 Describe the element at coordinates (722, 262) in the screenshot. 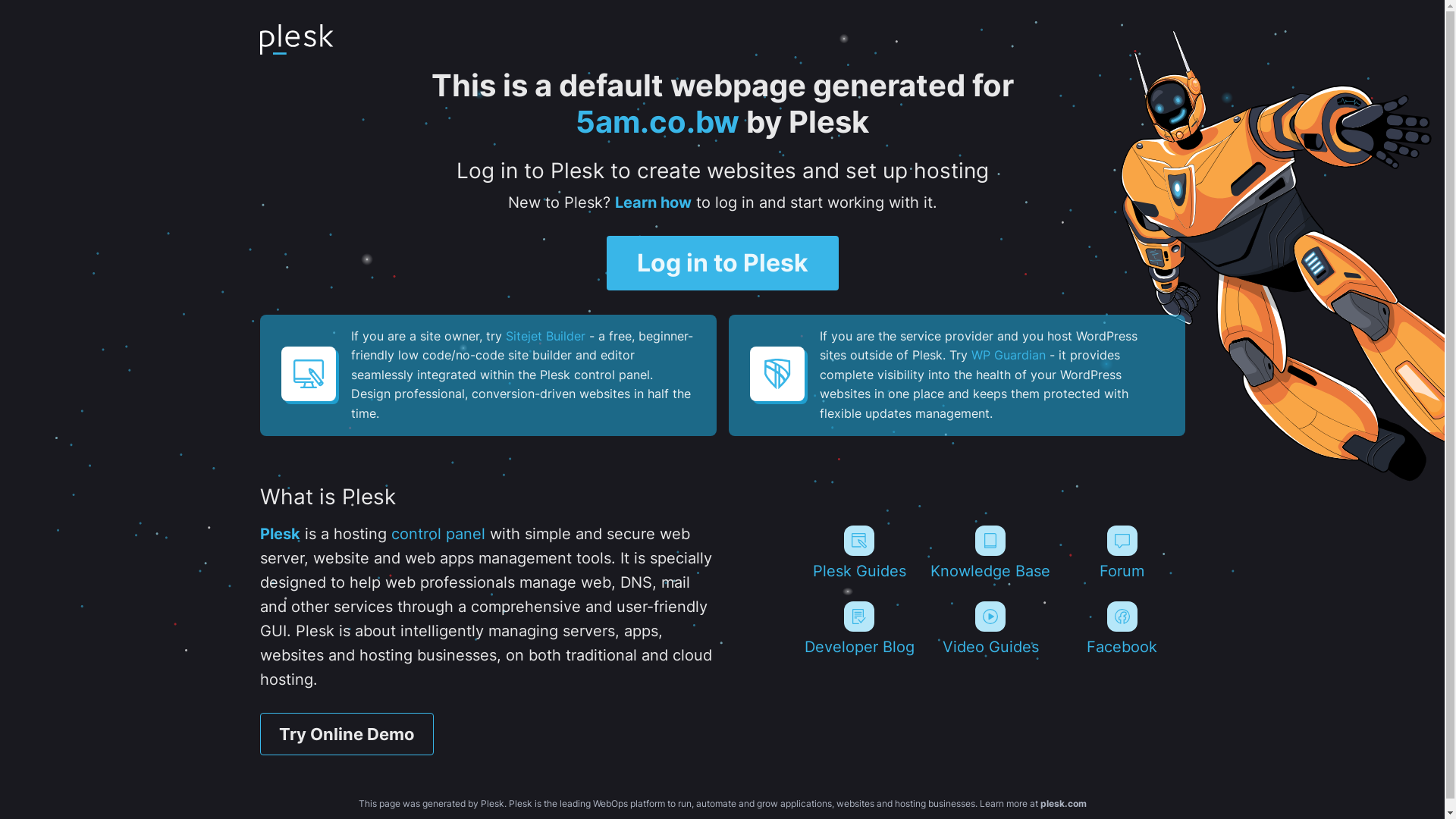

I see `'Log in to Plesk'` at that location.